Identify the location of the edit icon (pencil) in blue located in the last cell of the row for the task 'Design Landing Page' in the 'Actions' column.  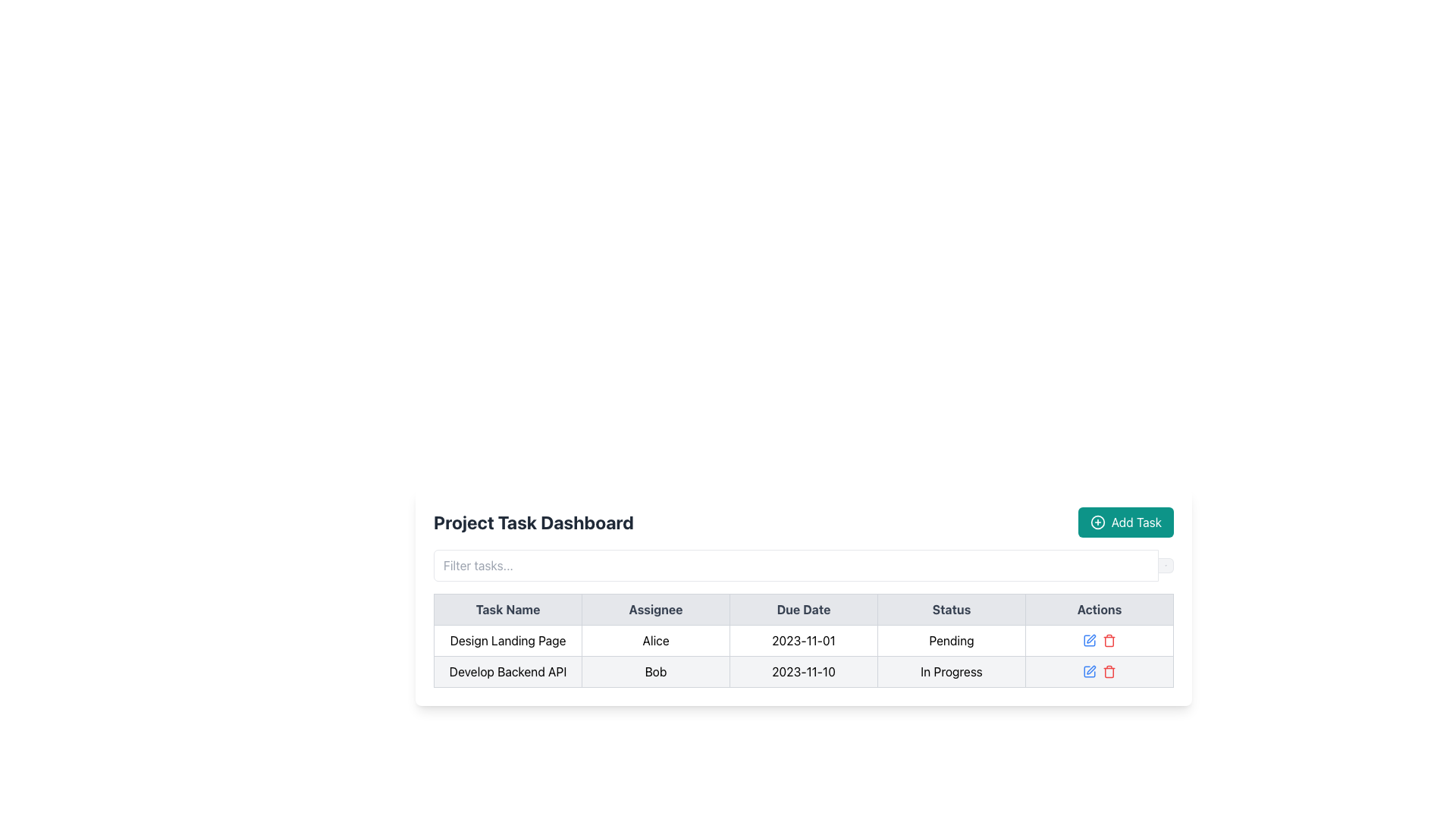
(1099, 640).